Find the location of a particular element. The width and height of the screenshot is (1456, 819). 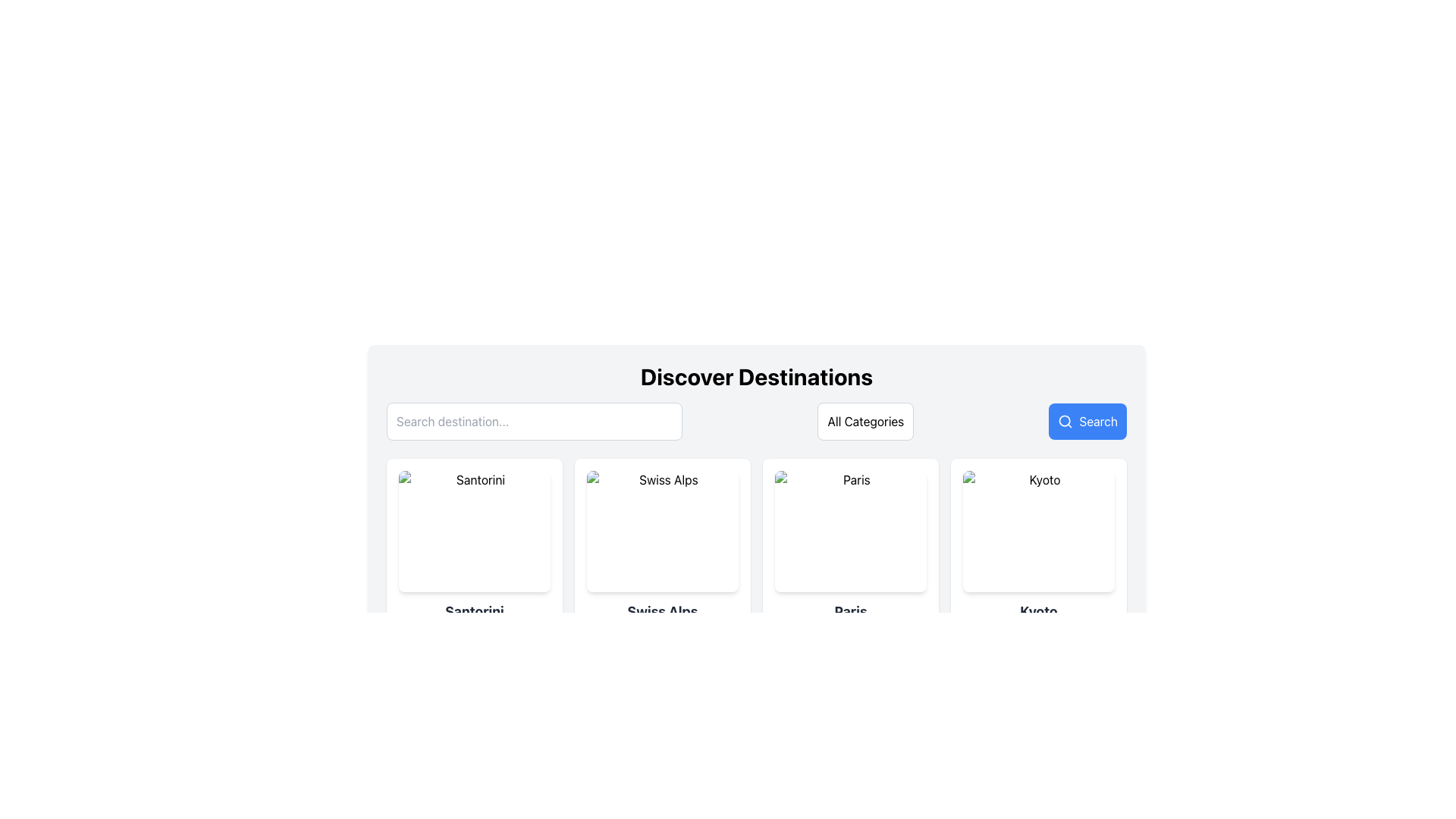

the rectangular image with rounded corners located at the top part of the card labeled 'Kyoto' is located at coordinates (1037, 531).